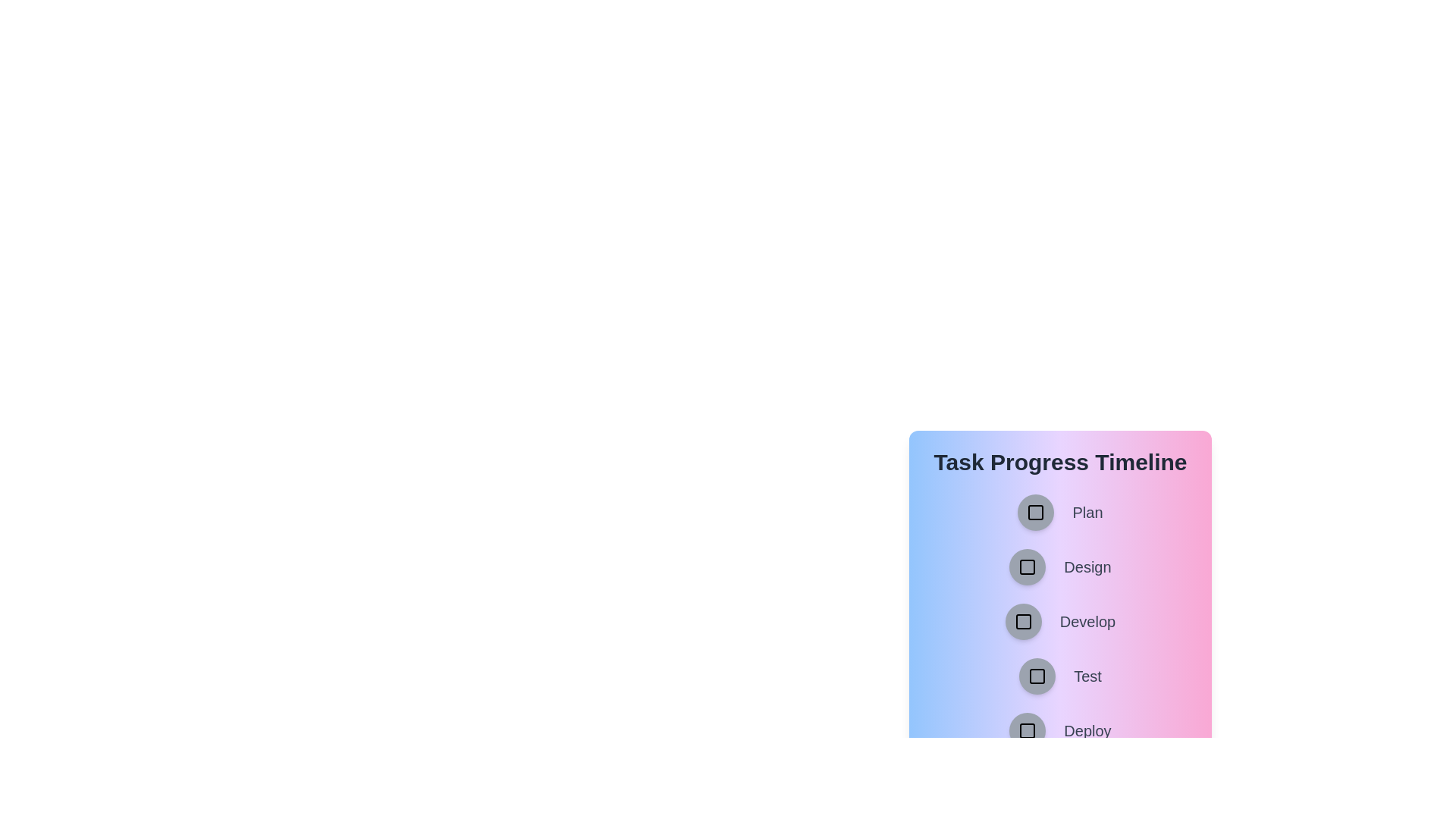 The width and height of the screenshot is (1456, 819). What do you see at coordinates (1087, 622) in the screenshot?
I see `the task name associated with the button labeled Develop` at bounding box center [1087, 622].